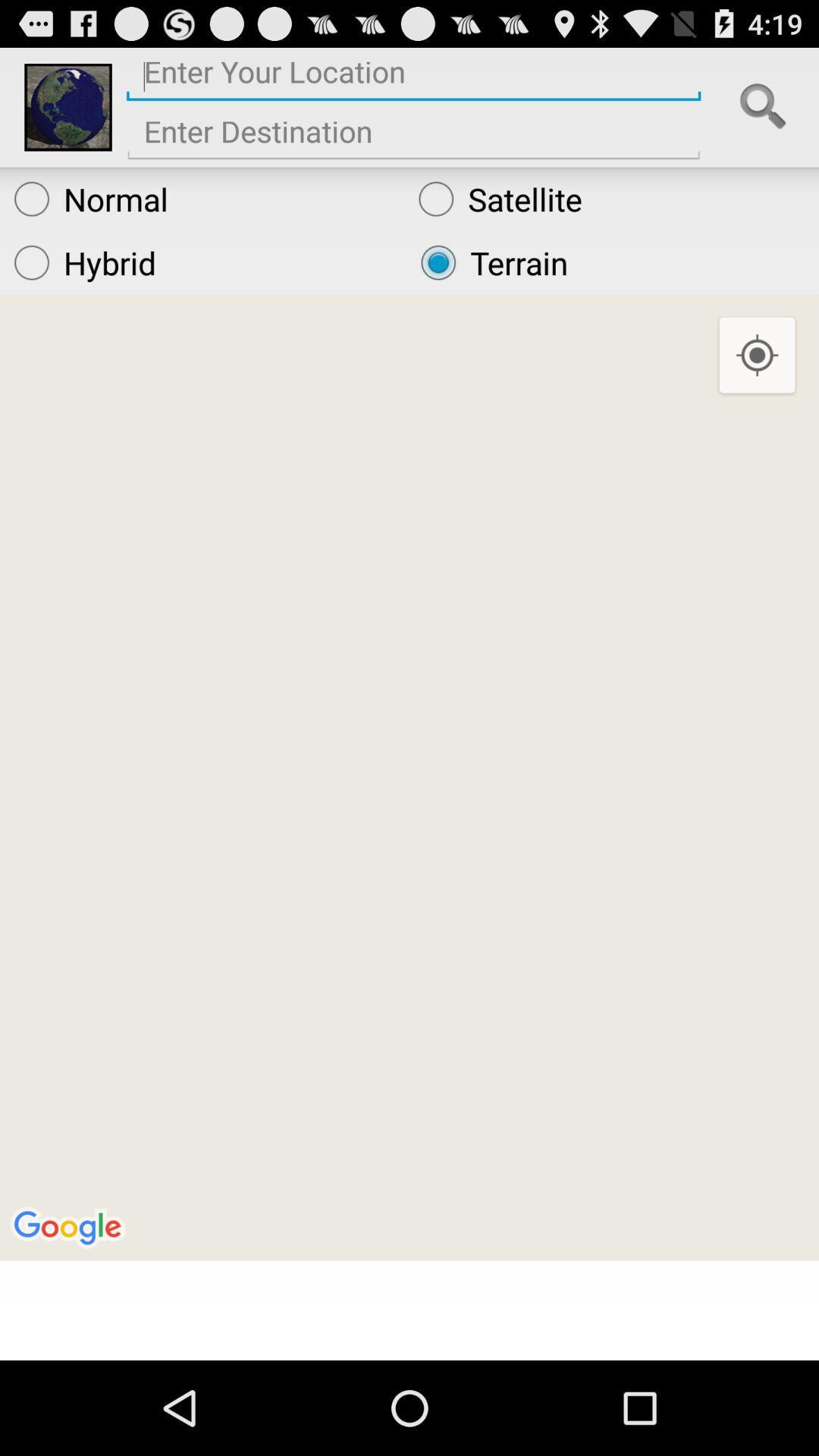 This screenshot has height=1456, width=819. I want to click on the location_crosshair icon, so click(757, 381).